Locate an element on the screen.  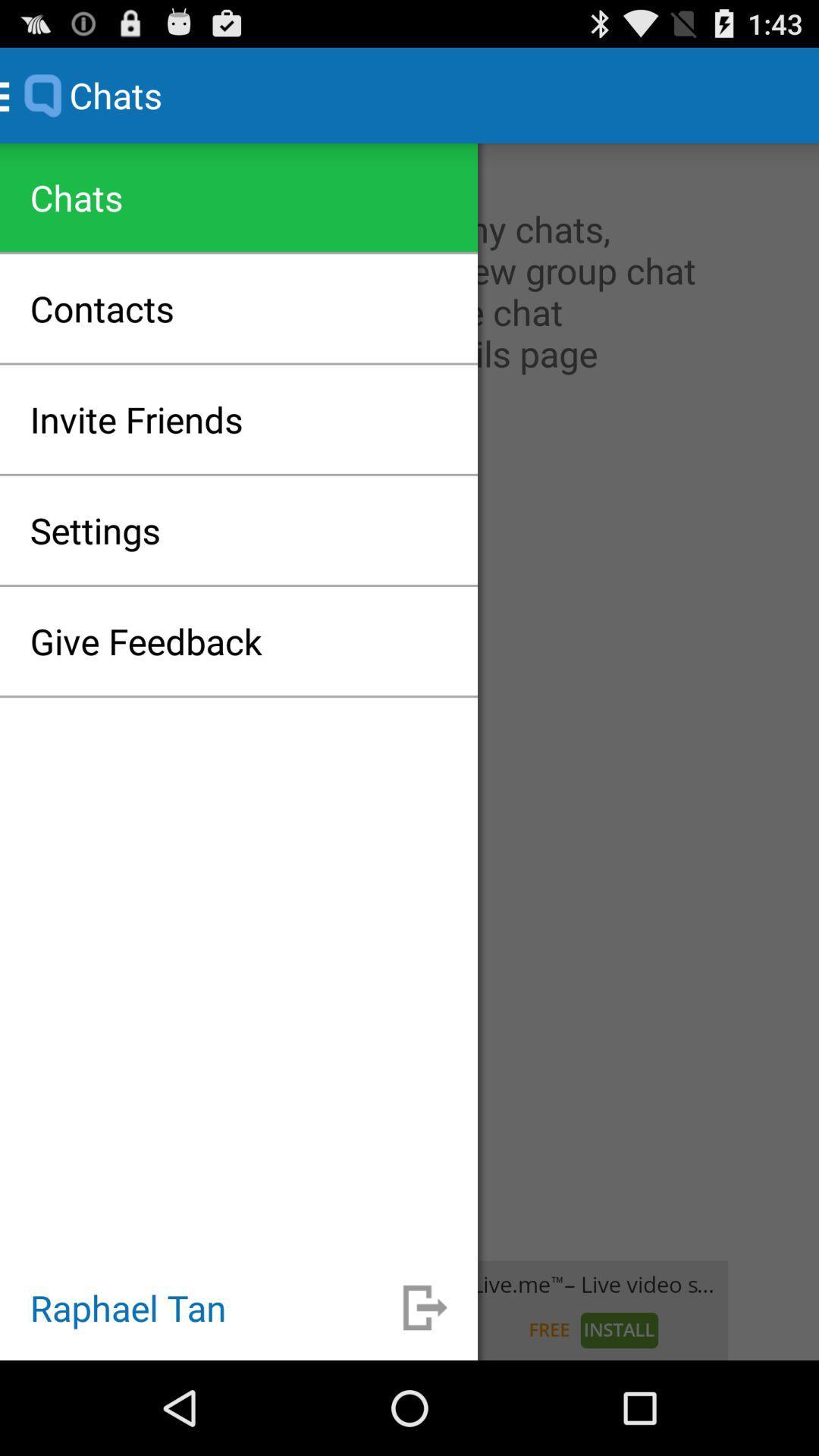
send to person is located at coordinates (425, 1307).